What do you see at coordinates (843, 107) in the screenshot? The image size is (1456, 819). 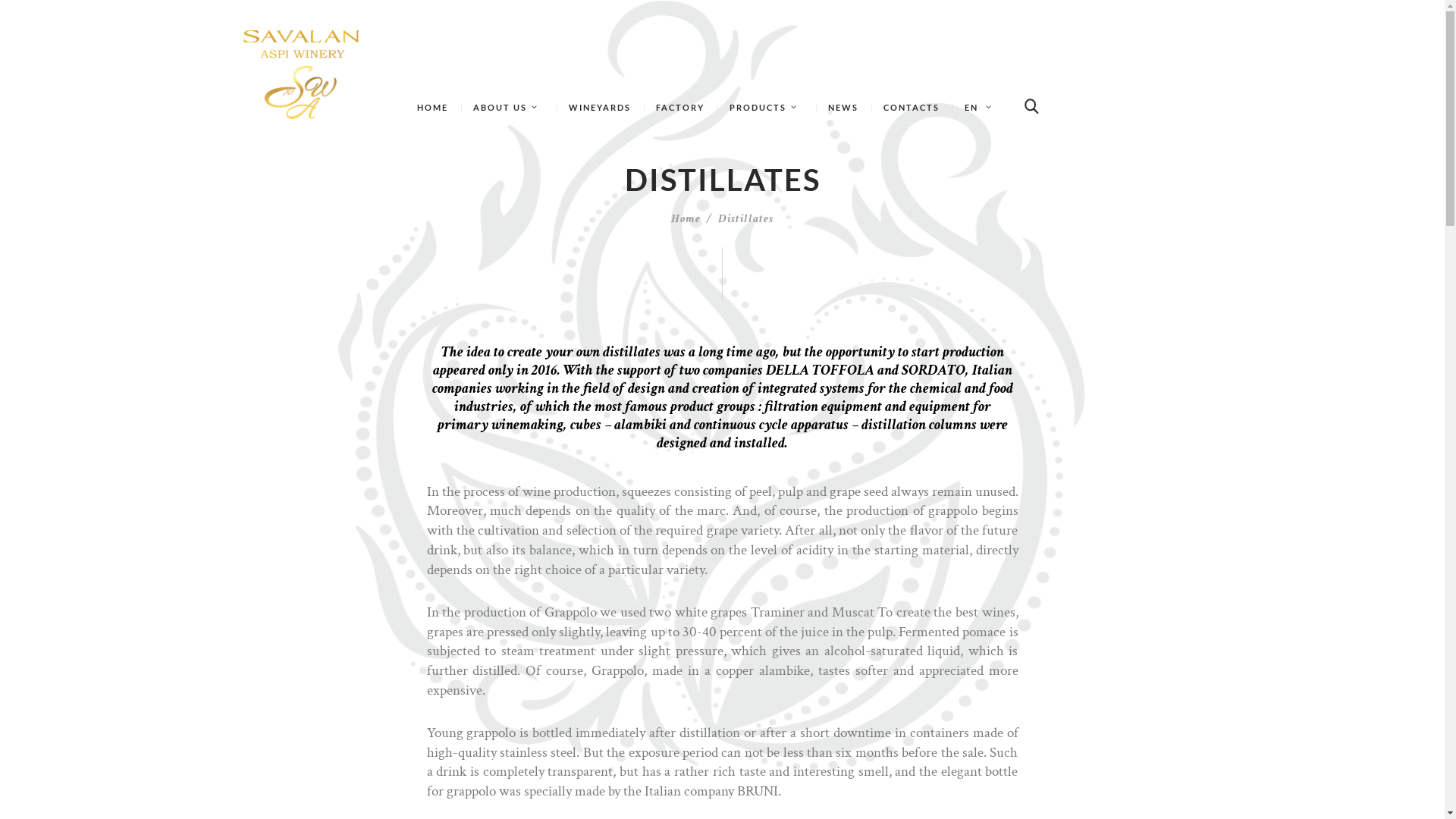 I see `'NEWS'` at bounding box center [843, 107].